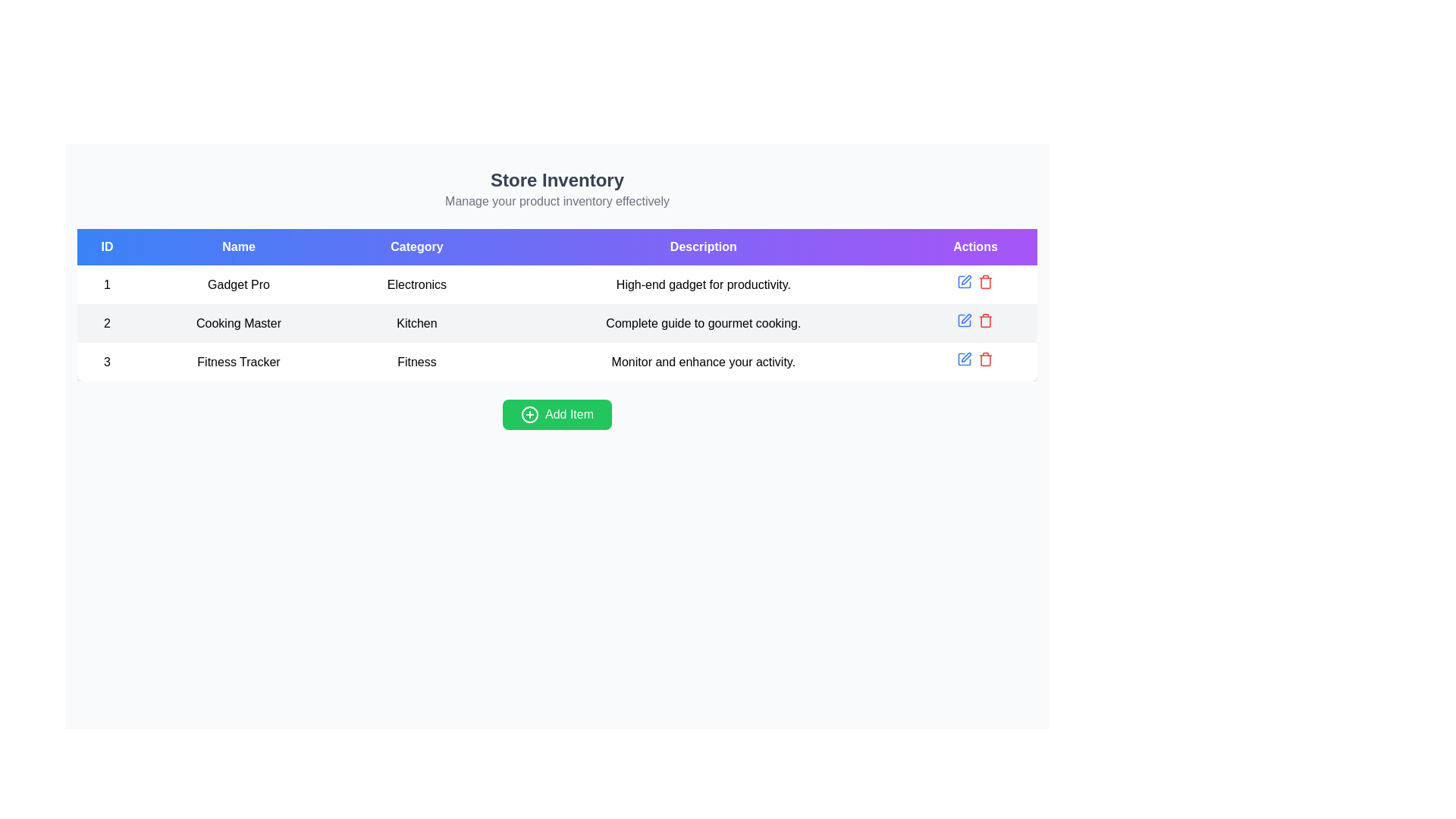 The image size is (1456, 819). I want to click on text element styled in bold, large gray font that reads 'Store Inventory', located at the top-center of the interface above the item listing table, so click(556, 180).